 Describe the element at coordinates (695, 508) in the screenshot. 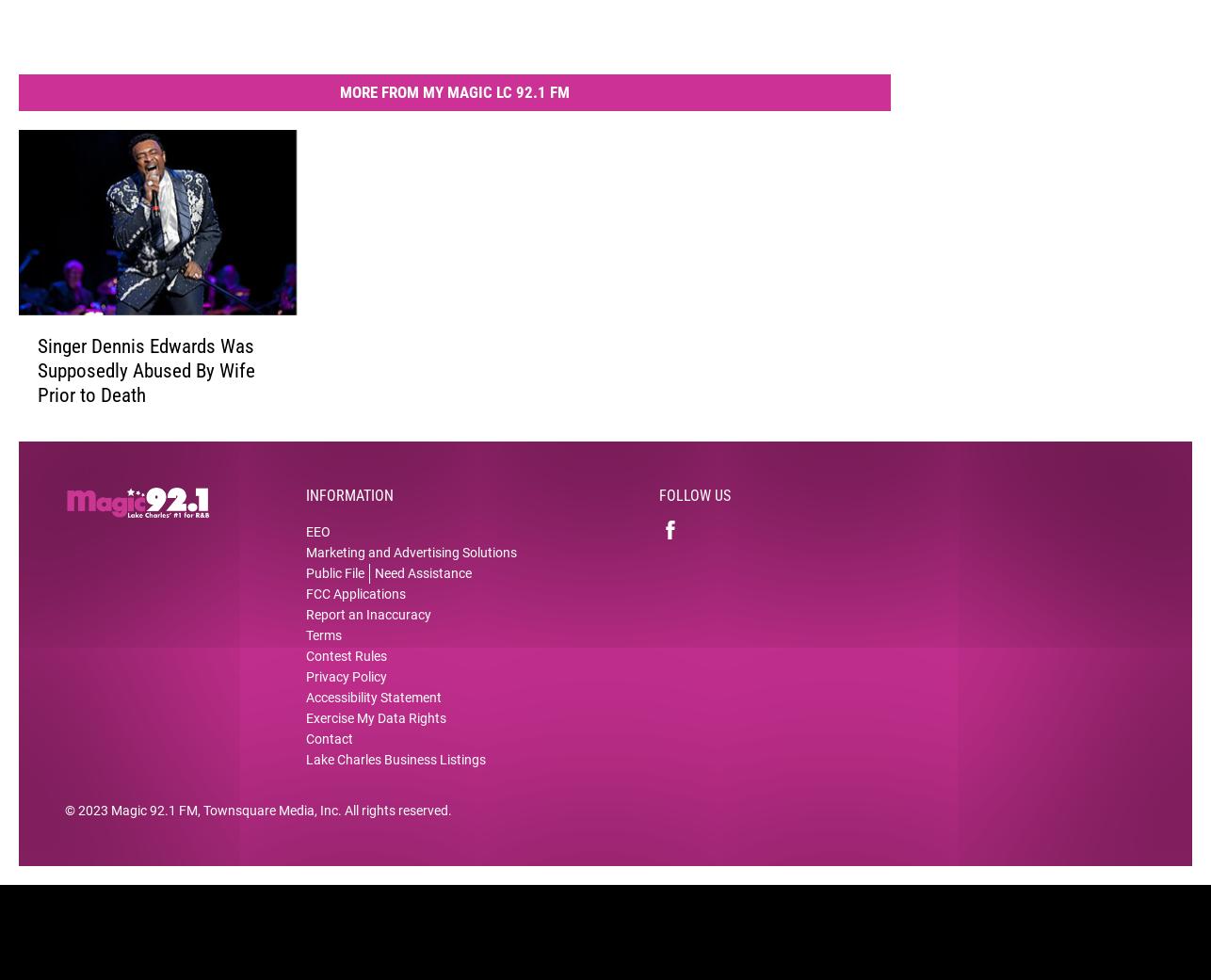

I see `'Follow Us'` at that location.